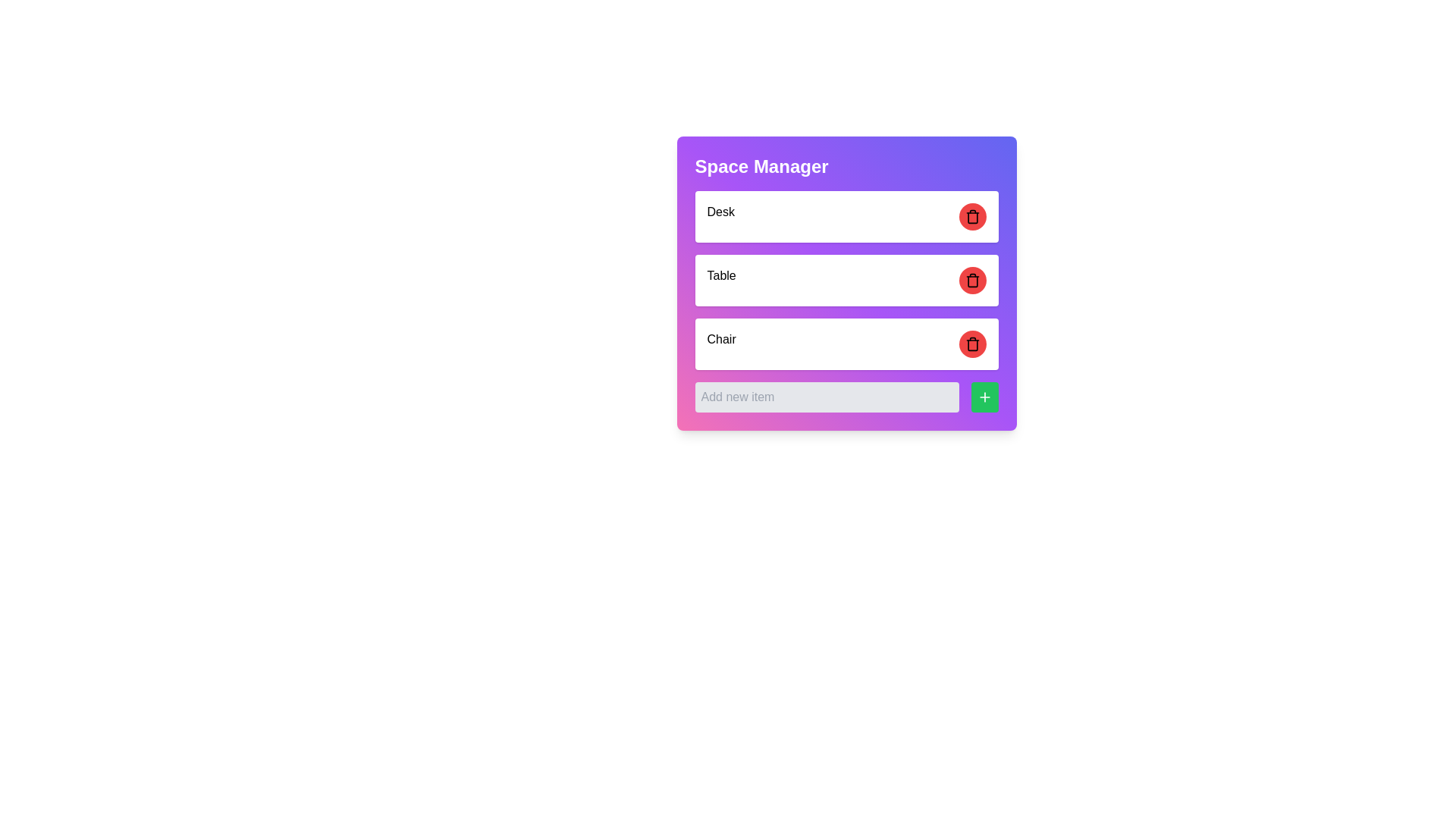 The image size is (1456, 819). I want to click on the circular red button with a trash bin icon located to the right of the 'Desk' text in the 'Space Manager' section to observe the hover effect, so click(972, 216).